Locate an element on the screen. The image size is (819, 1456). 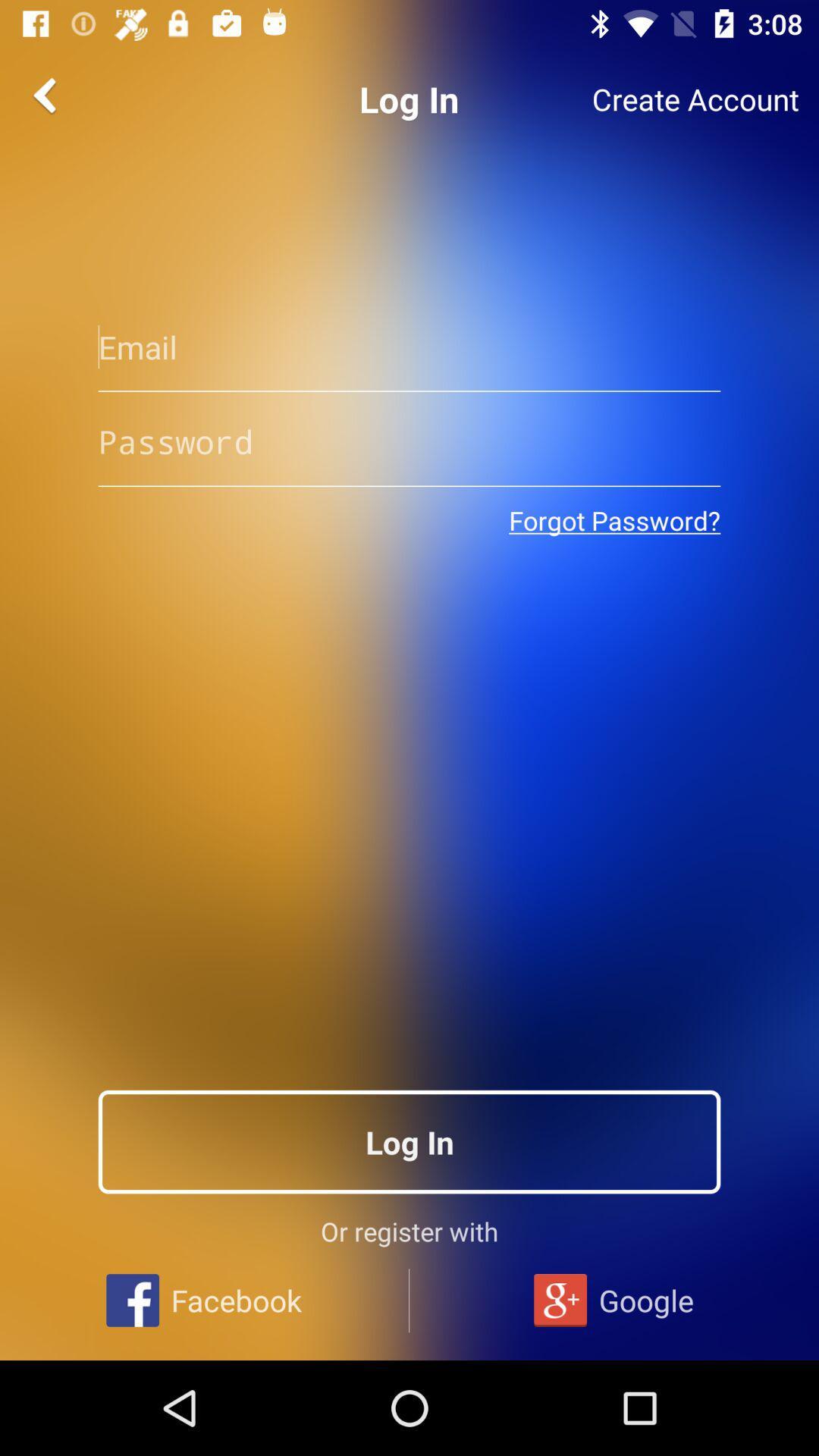
the forgot password? app is located at coordinates (614, 520).